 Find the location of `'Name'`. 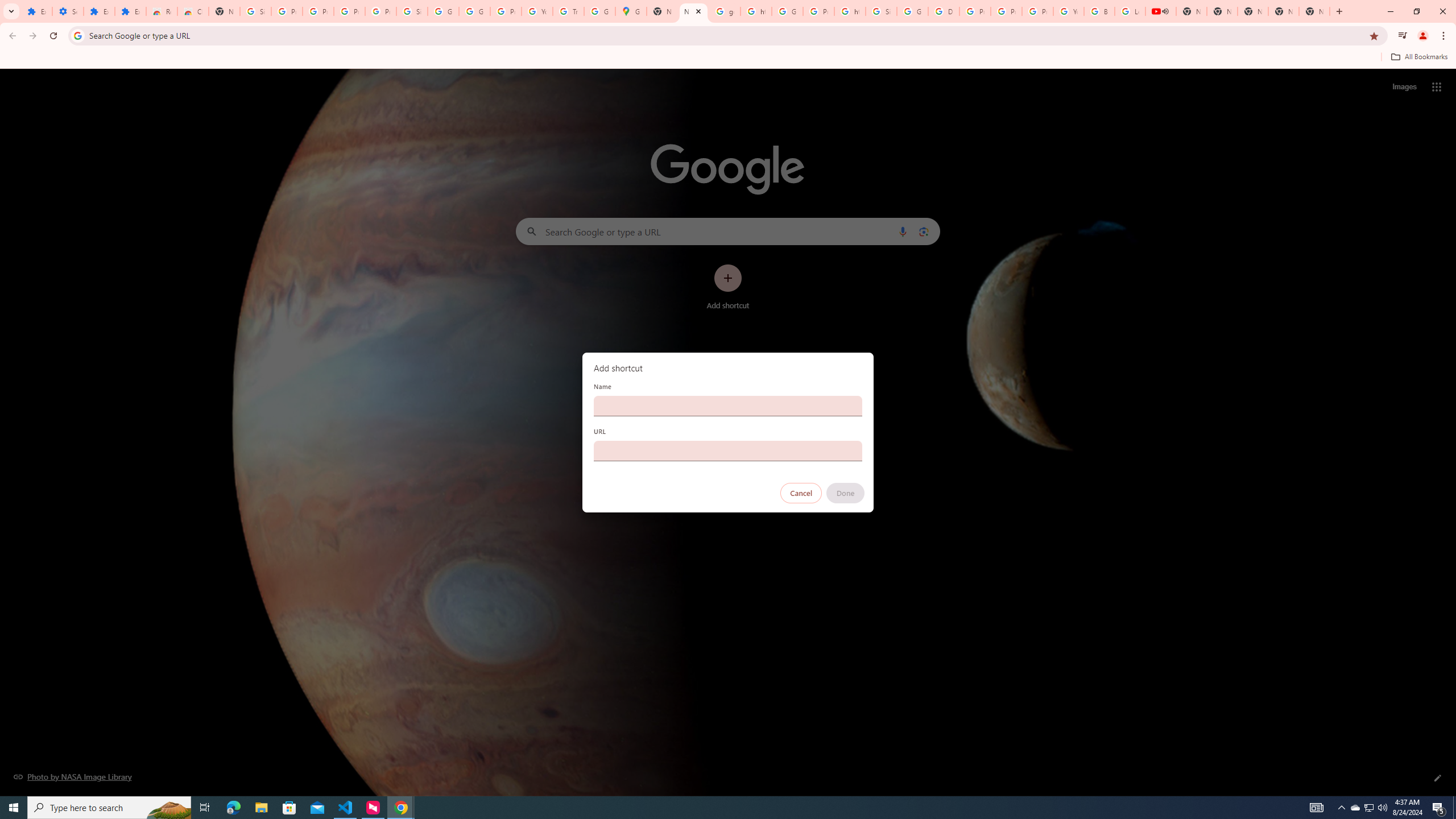

'Name' is located at coordinates (728, 405).